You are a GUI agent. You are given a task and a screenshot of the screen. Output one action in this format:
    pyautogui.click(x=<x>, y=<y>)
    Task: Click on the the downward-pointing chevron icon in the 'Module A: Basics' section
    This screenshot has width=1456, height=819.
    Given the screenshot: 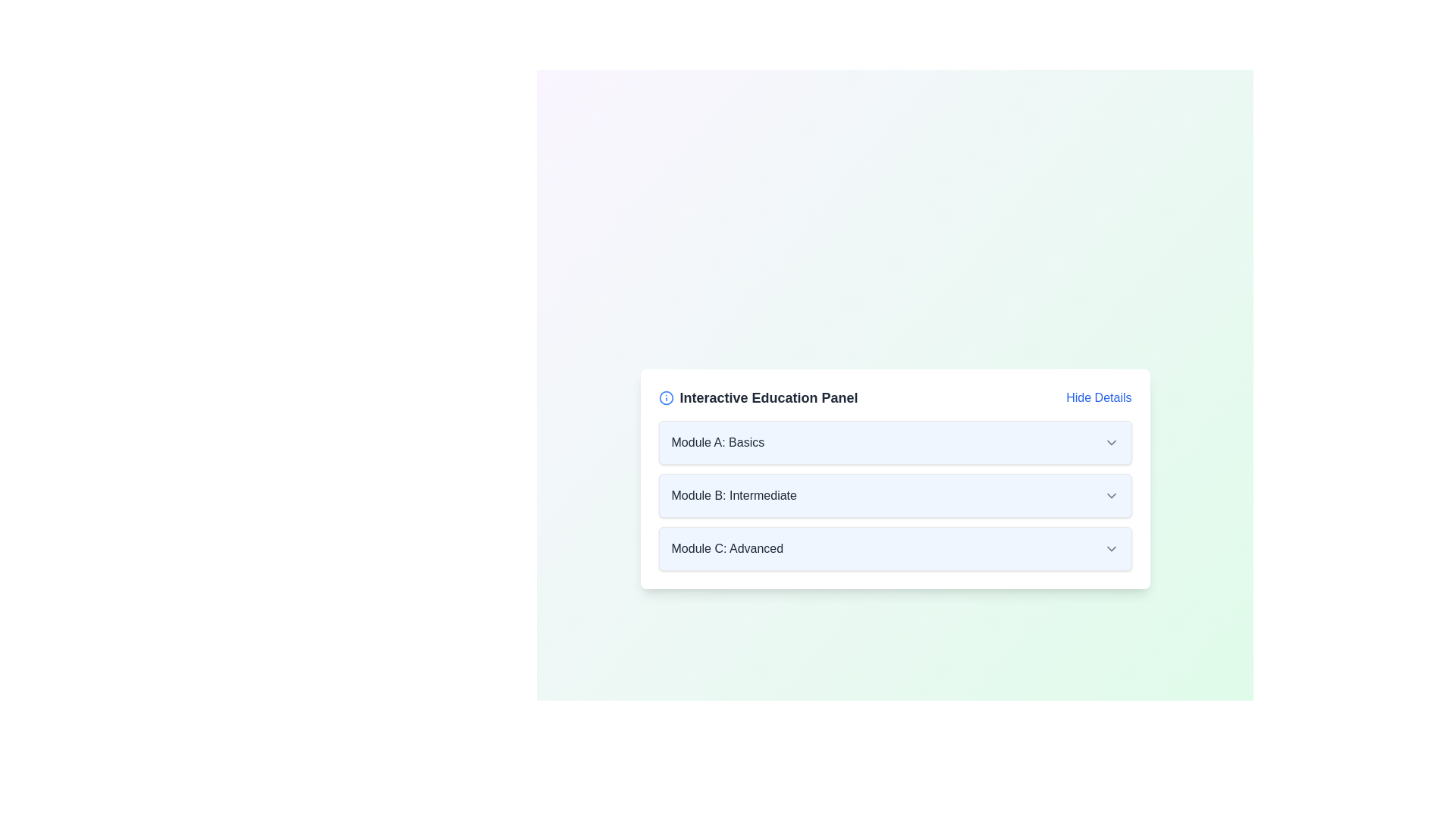 What is the action you would take?
    pyautogui.click(x=1111, y=442)
    